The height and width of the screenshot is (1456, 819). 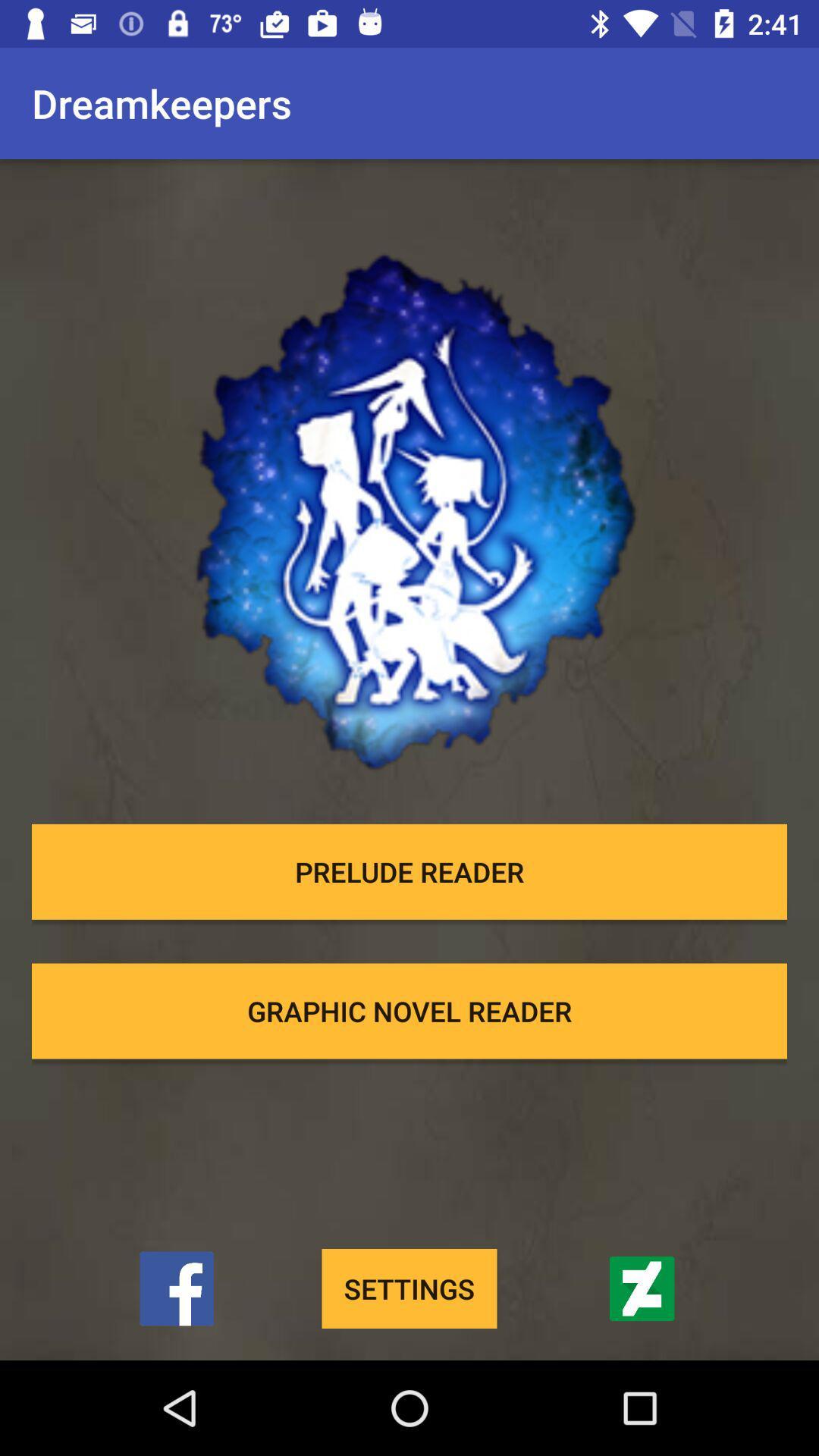 What do you see at coordinates (409, 1011) in the screenshot?
I see `item below prelude reader` at bounding box center [409, 1011].